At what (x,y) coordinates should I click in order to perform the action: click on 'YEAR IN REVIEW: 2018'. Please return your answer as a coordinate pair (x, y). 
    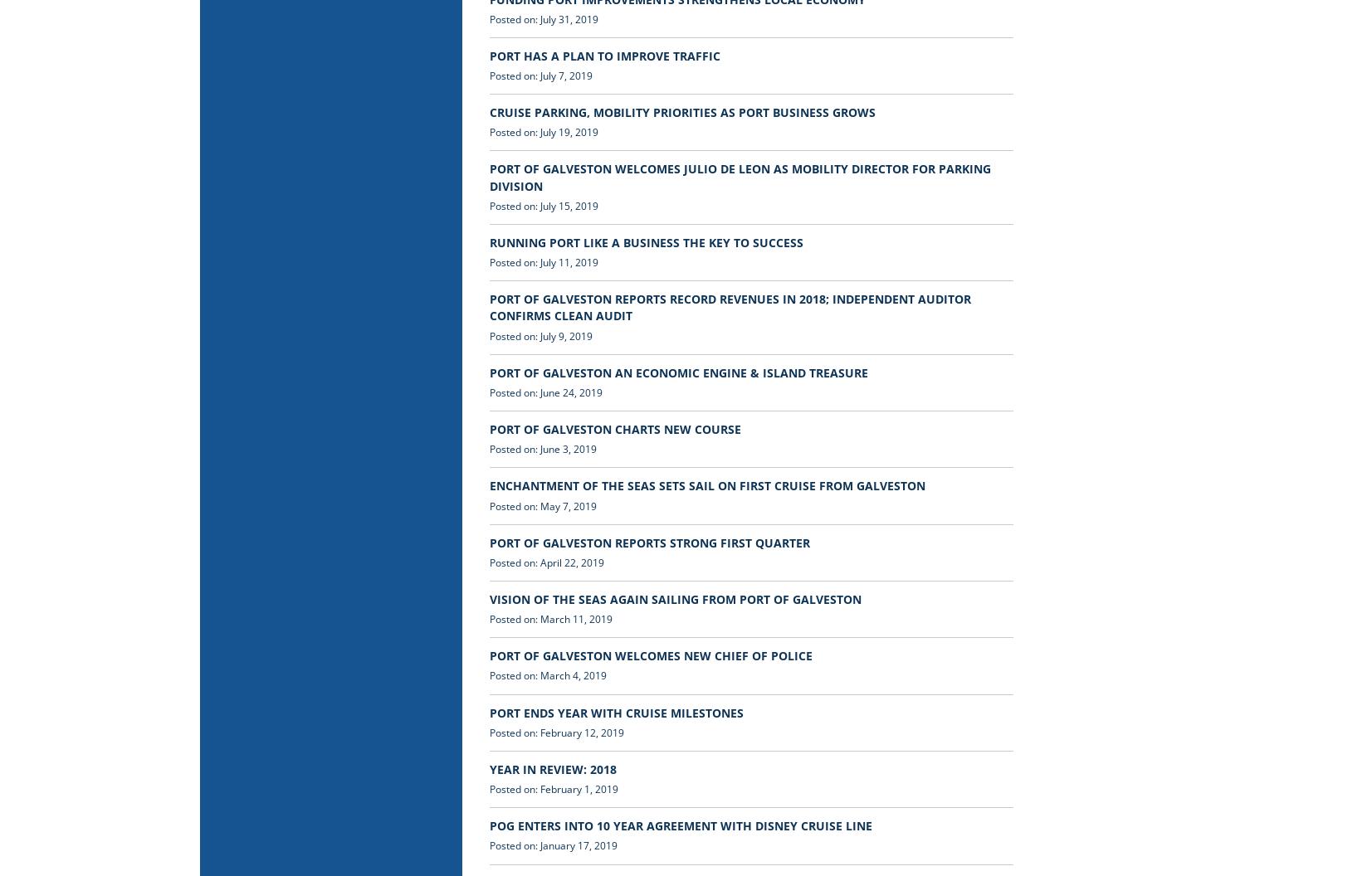
    Looking at the image, I should click on (552, 768).